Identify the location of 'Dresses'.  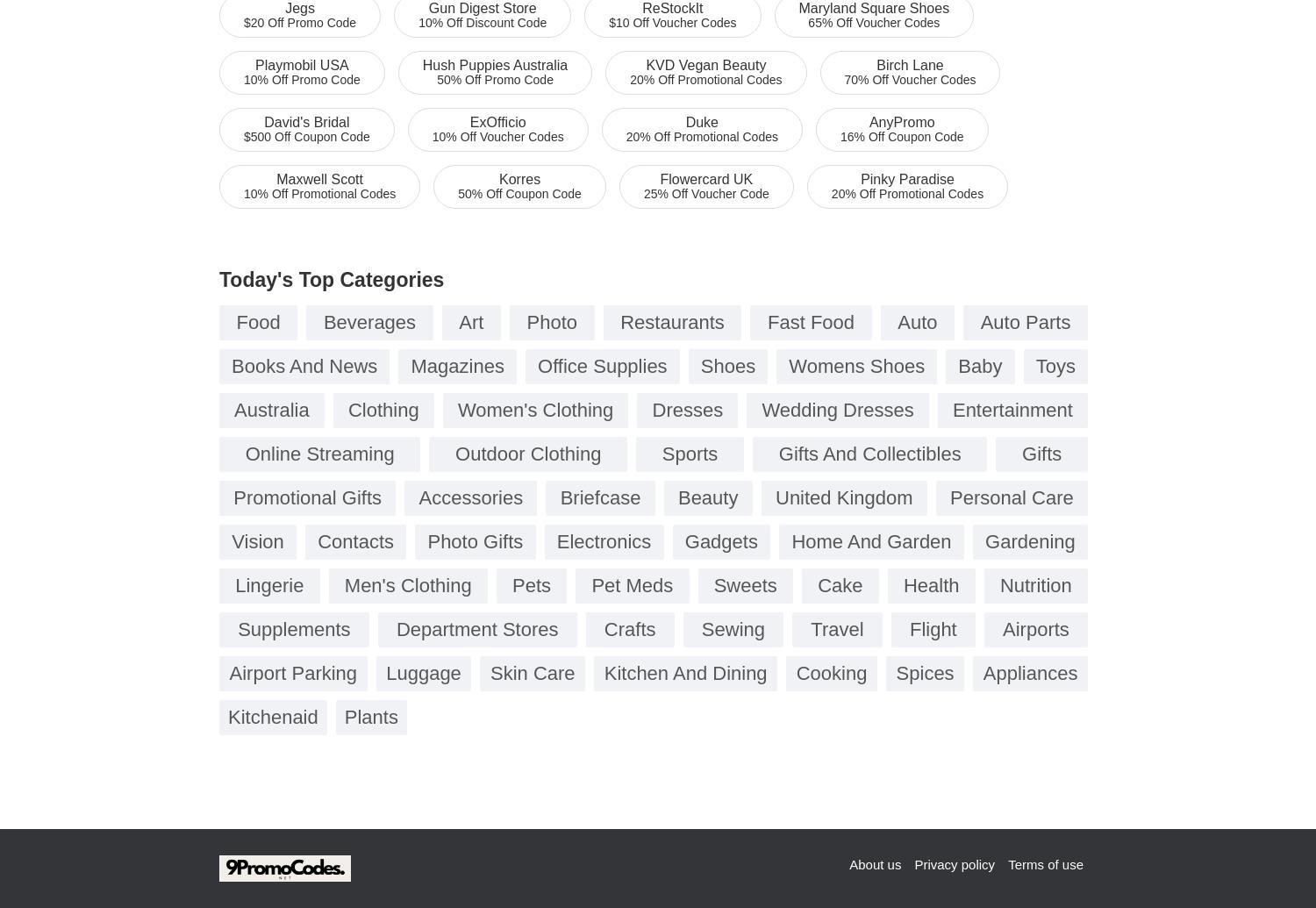
(687, 410).